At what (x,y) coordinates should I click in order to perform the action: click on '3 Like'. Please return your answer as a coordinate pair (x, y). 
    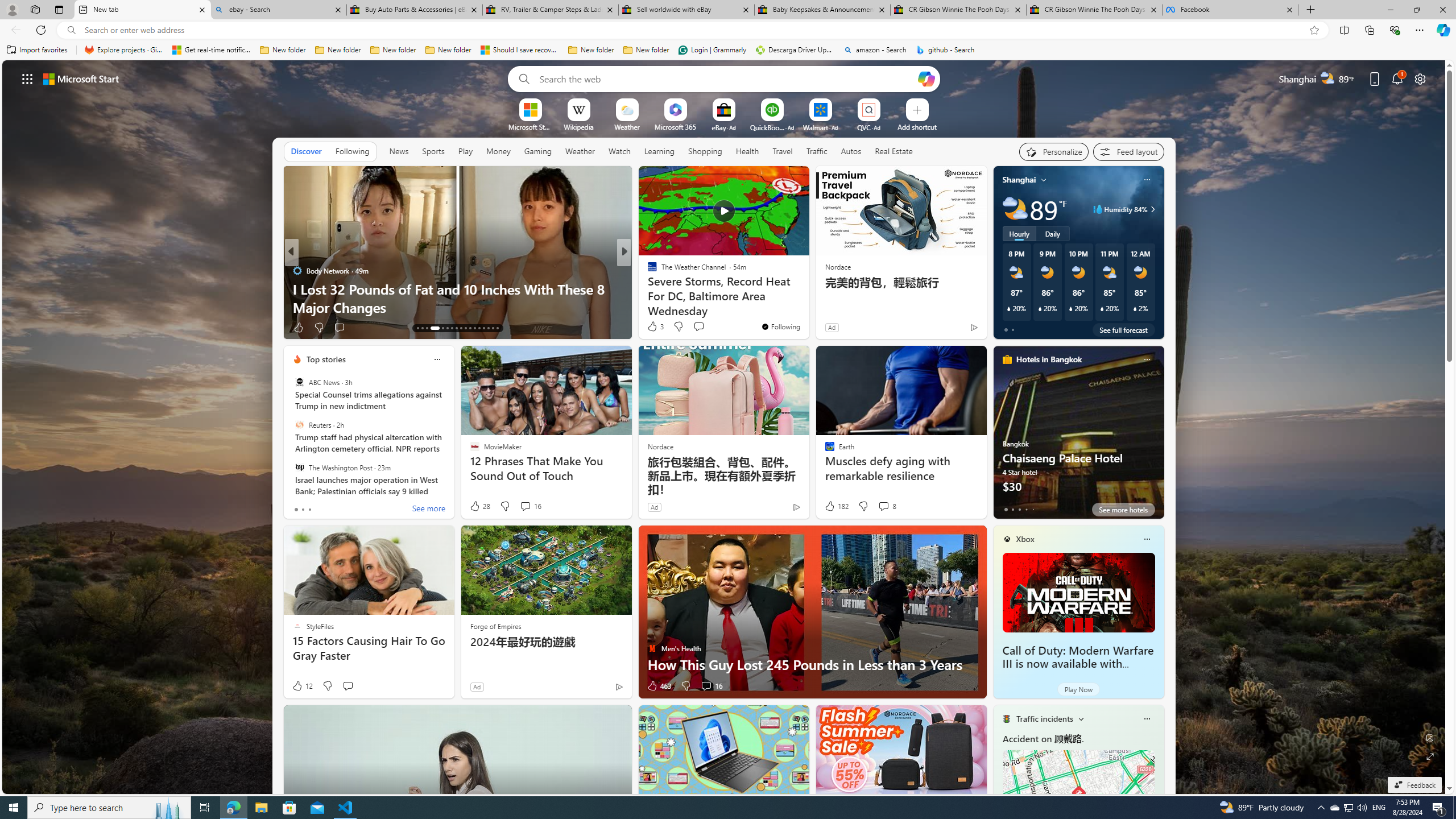
    Looking at the image, I should click on (655, 325).